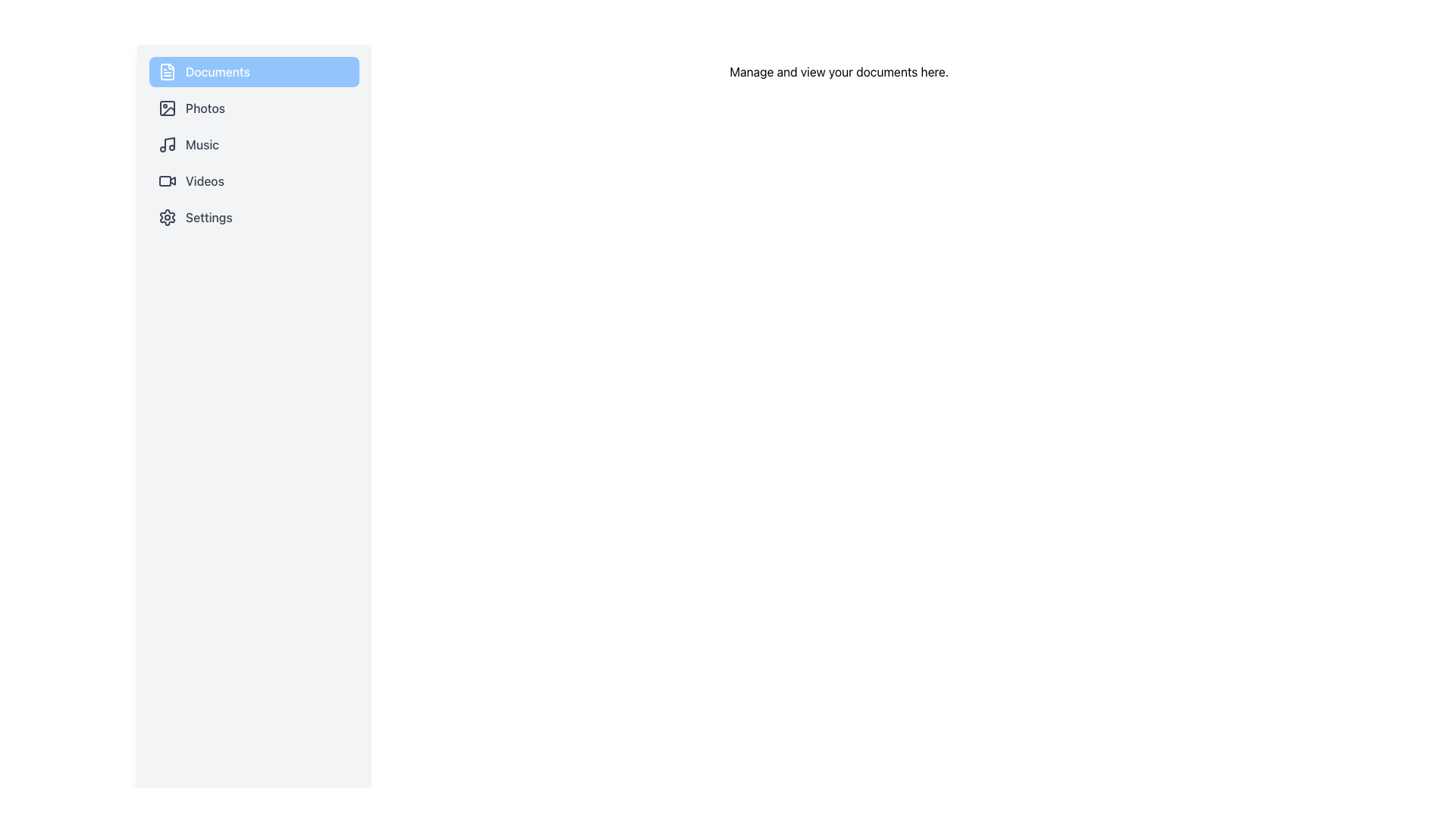  What do you see at coordinates (217, 72) in the screenshot?
I see `the 'Documents' text label, which is the primary label in the left-side navigation menu, next to a document icon` at bounding box center [217, 72].